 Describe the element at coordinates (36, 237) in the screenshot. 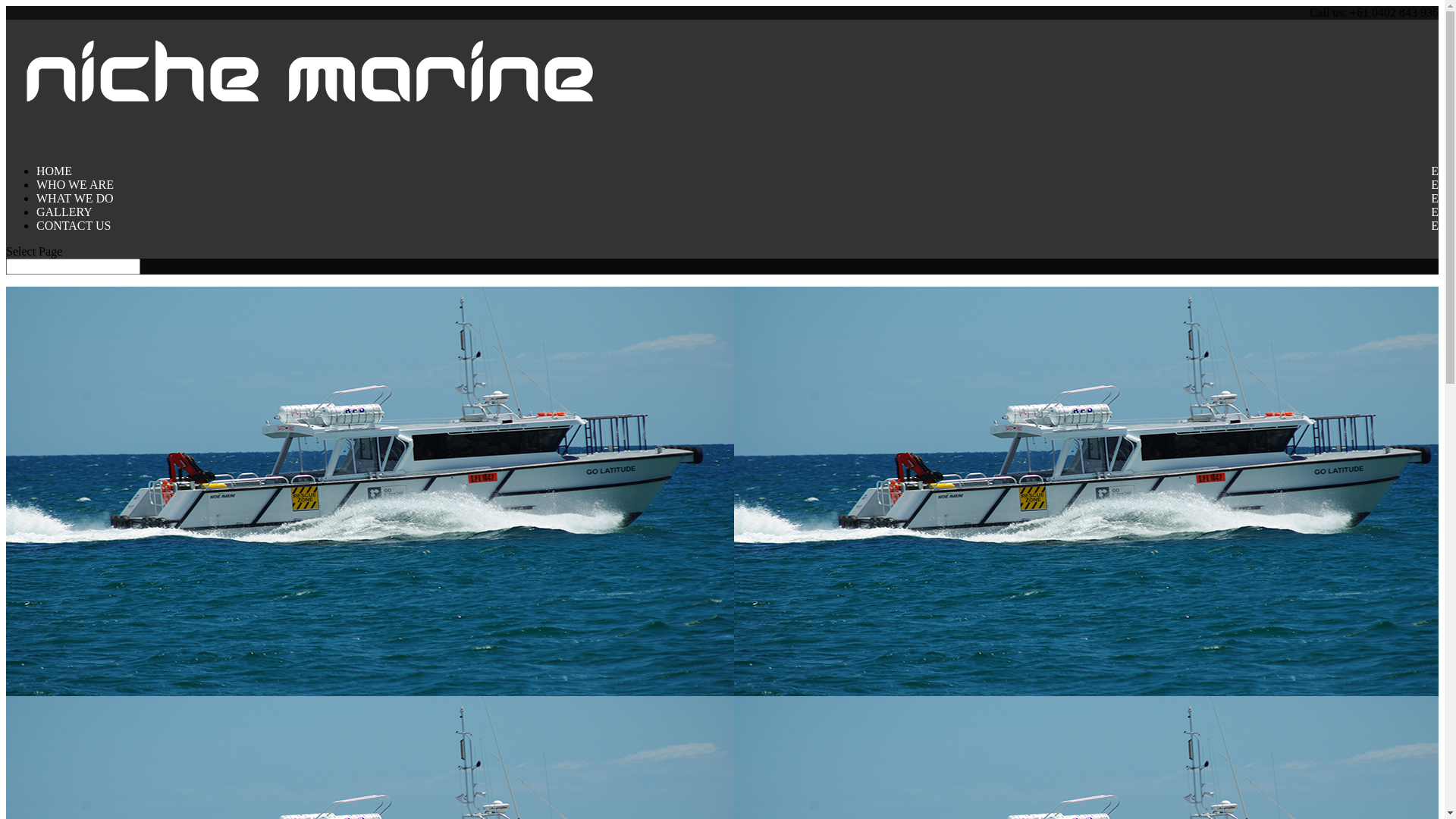

I see `'CONTACT US'` at that location.